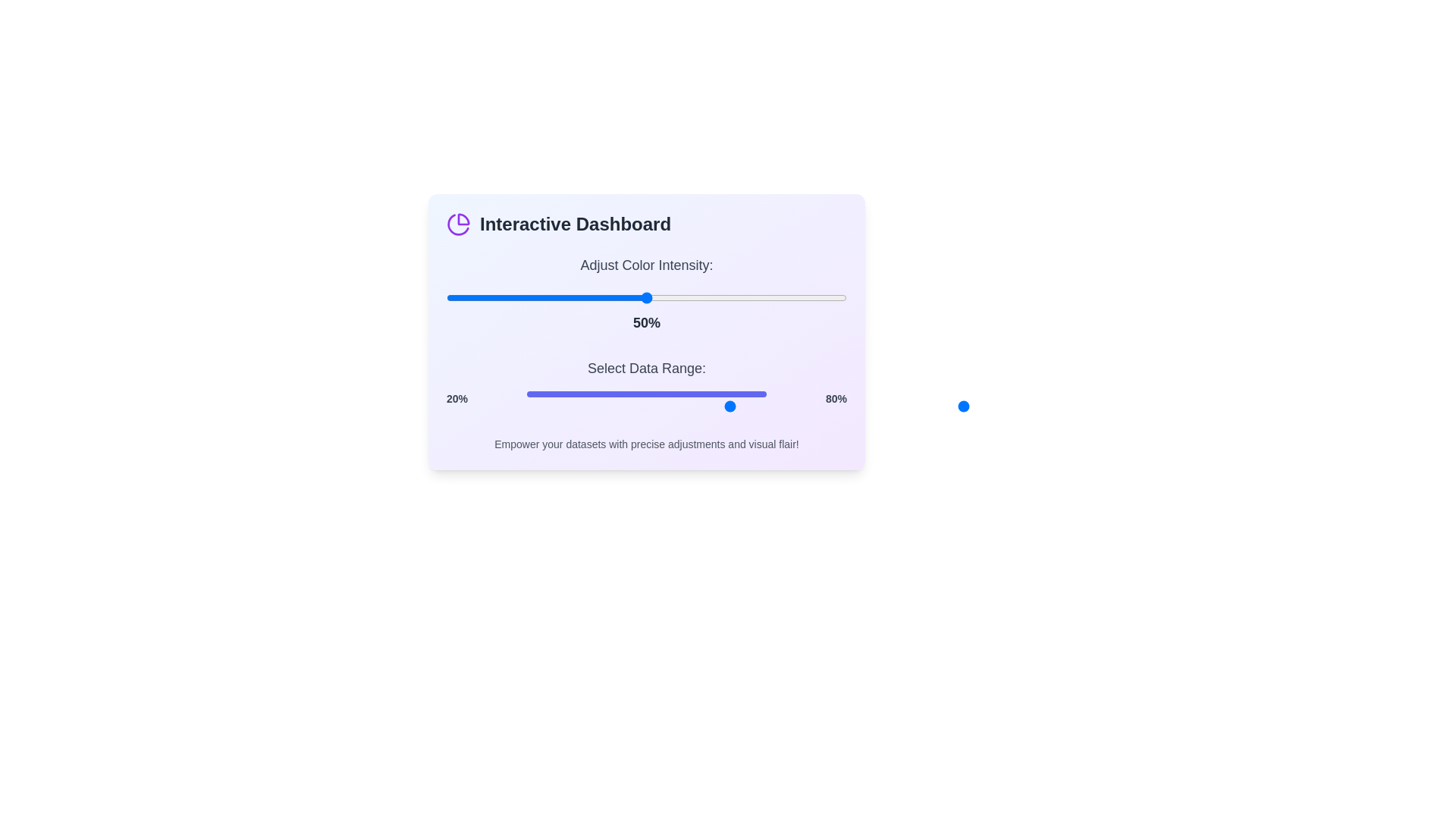 This screenshot has width=1456, height=819. Describe the element at coordinates (690, 406) in the screenshot. I see `the slider` at that location.